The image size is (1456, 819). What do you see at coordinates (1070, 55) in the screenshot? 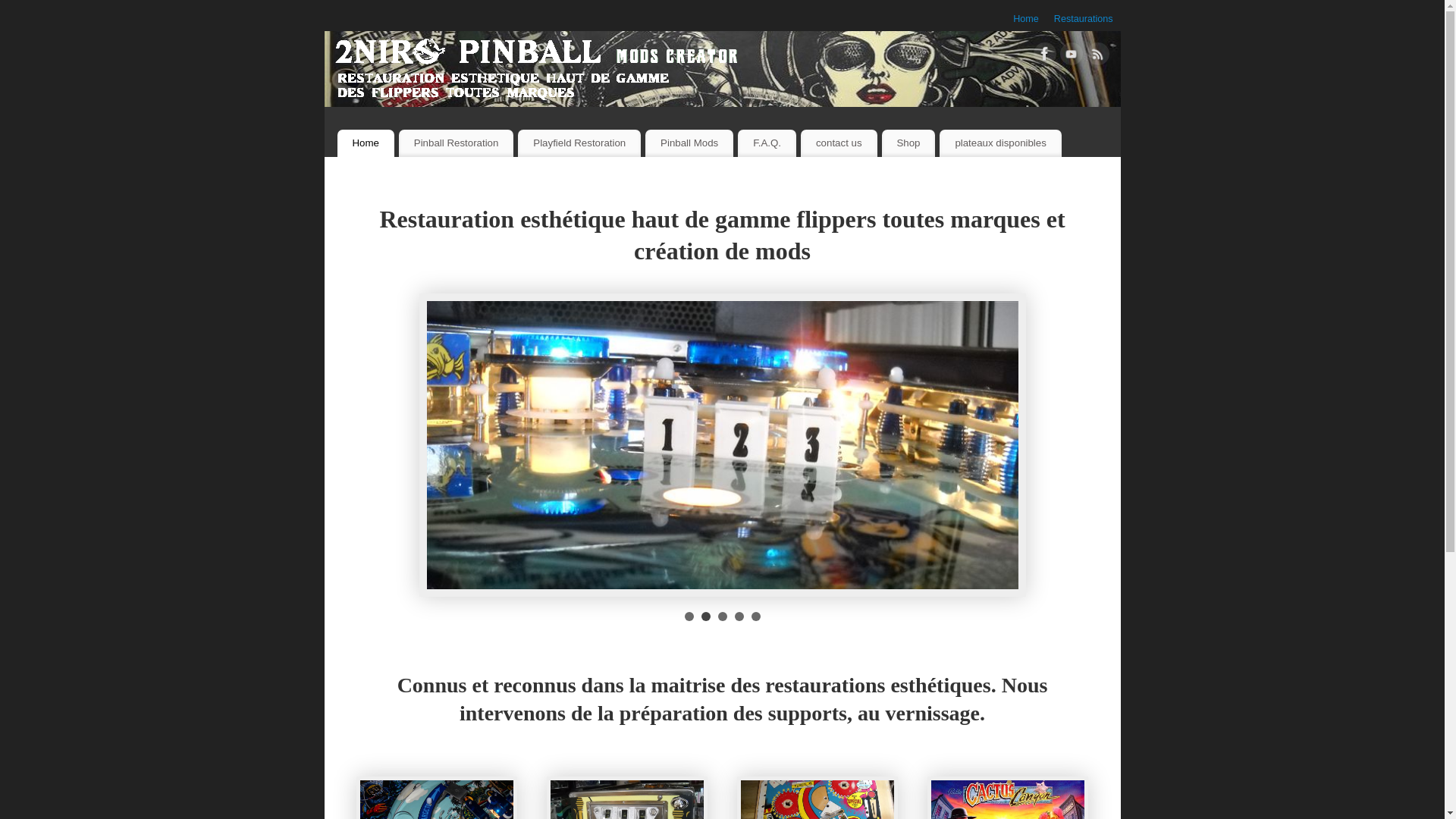
I see `'YouTube'` at bounding box center [1070, 55].